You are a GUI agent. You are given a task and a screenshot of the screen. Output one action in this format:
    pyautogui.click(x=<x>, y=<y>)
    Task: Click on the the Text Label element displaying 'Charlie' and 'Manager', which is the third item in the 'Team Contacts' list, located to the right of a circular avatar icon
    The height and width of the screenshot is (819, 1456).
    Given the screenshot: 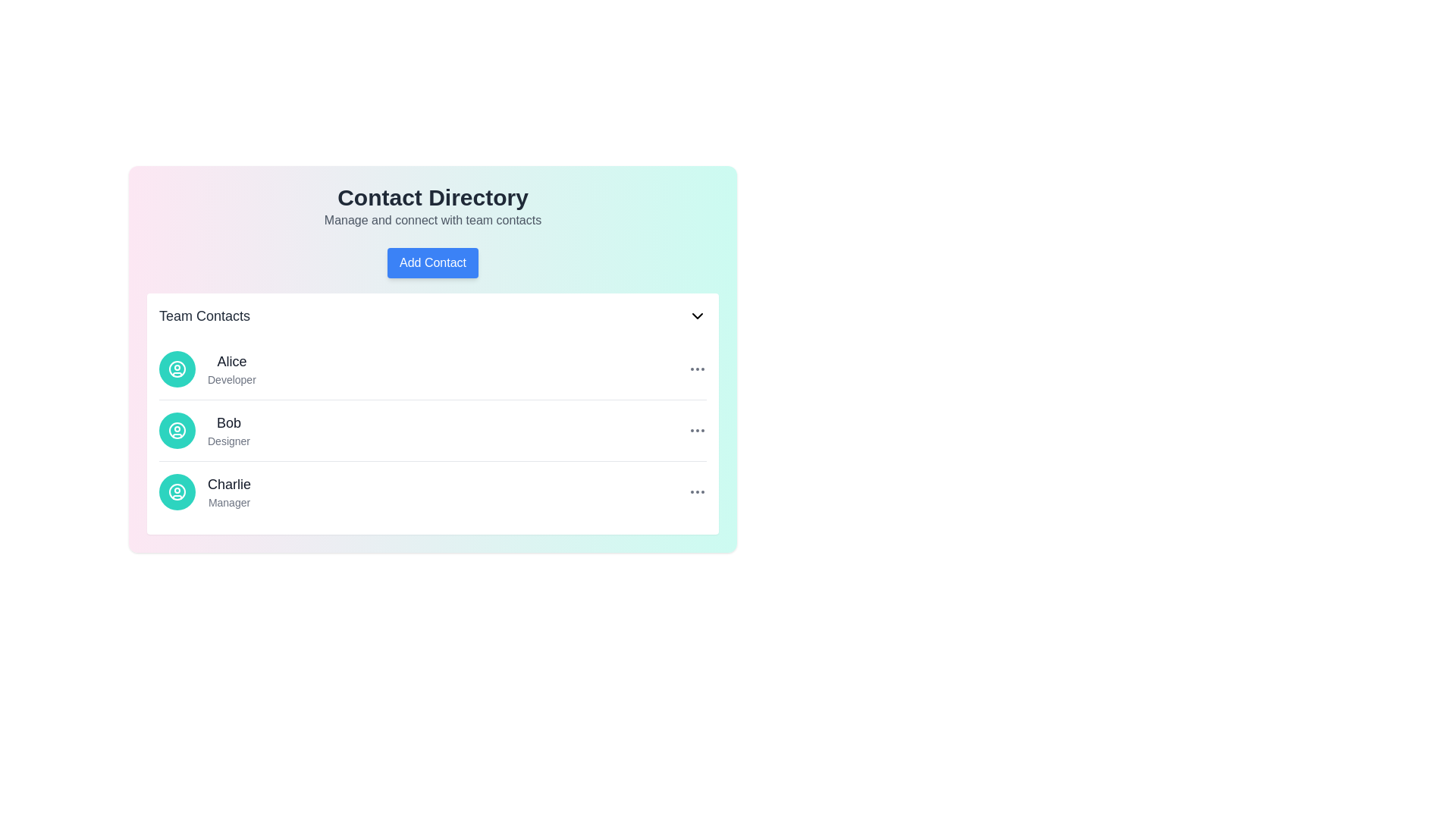 What is the action you would take?
    pyautogui.click(x=228, y=491)
    